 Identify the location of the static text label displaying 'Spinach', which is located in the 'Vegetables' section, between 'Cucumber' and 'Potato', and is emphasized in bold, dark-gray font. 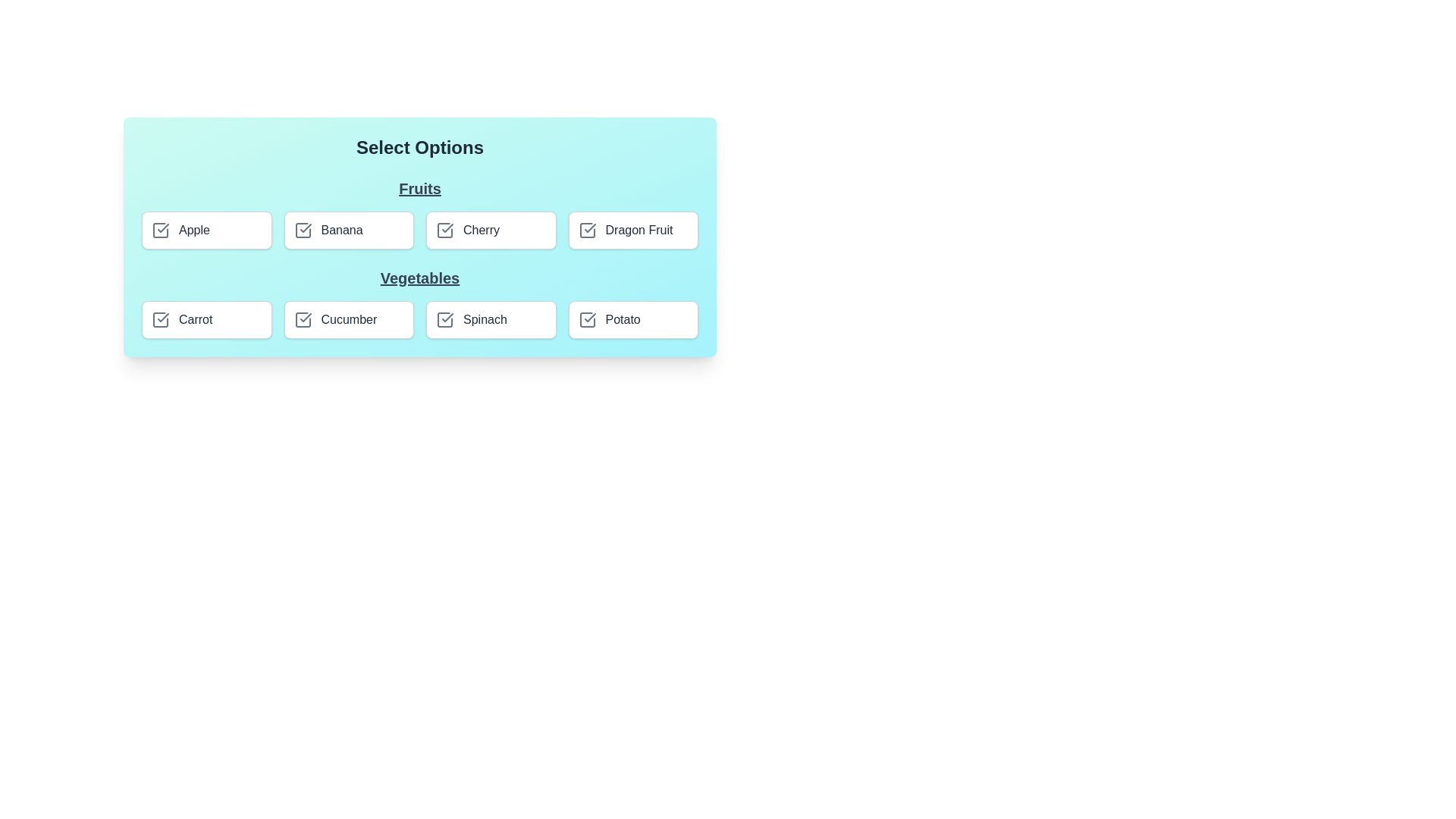
(484, 318).